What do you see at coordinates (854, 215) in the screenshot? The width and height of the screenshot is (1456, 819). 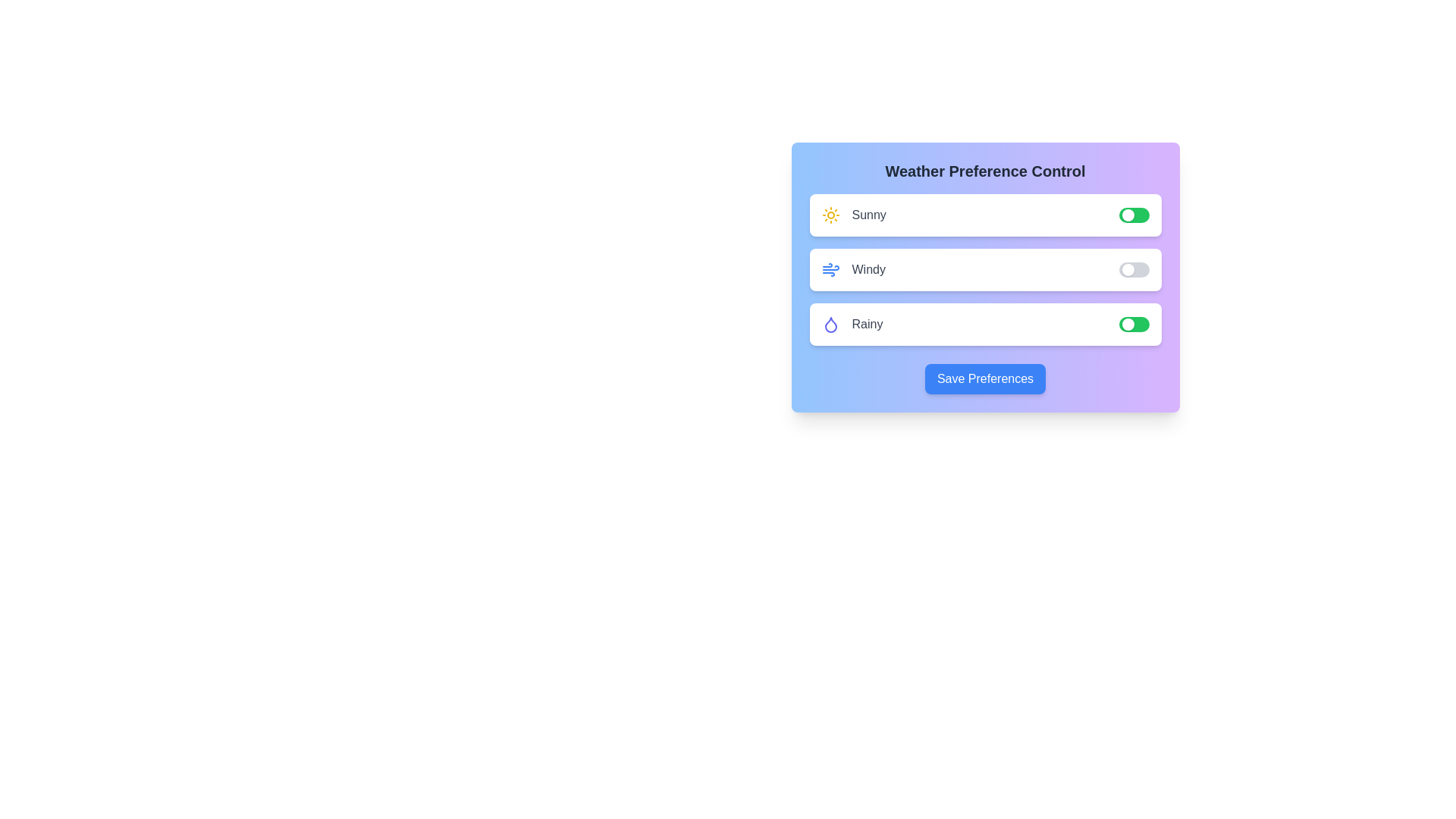 I see `the text label for Sunny` at bounding box center [854, 215].